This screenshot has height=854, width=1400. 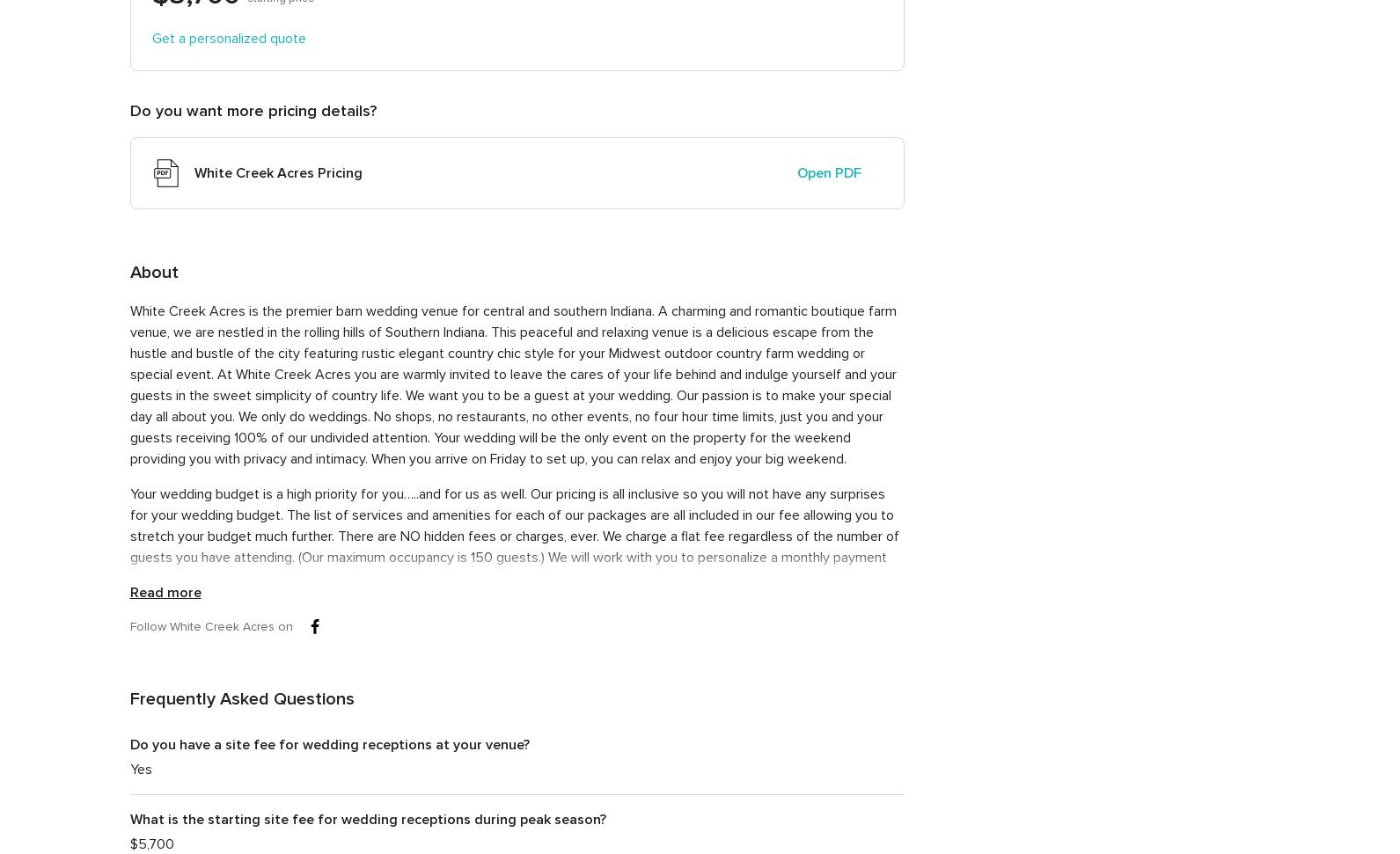 What do you see at coordinates (1144, 190) in the screenshot?
I see `'Lafayette, IN'` at bounding box center [1144, 190].